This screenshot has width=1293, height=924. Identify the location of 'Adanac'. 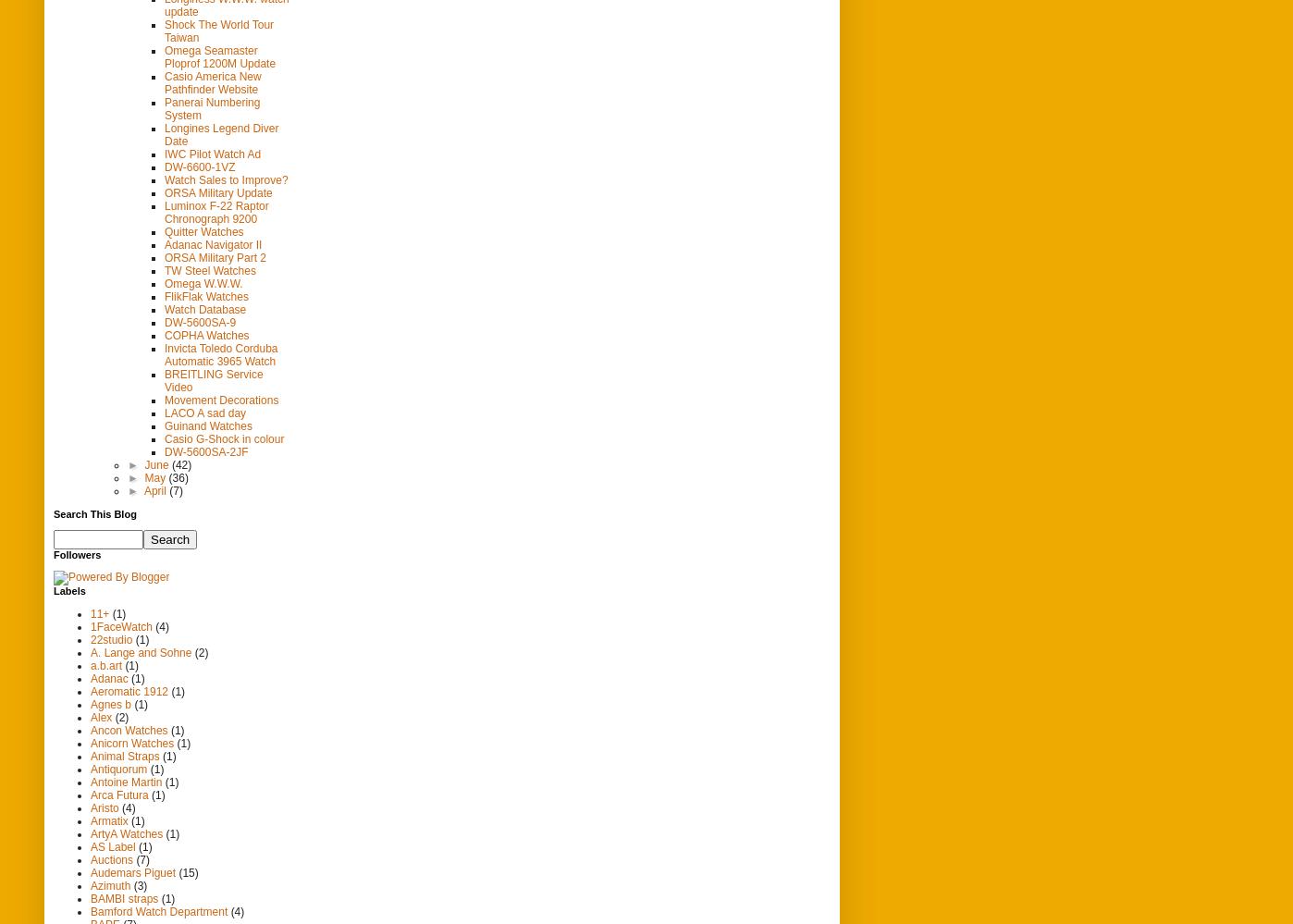
(108, 676).